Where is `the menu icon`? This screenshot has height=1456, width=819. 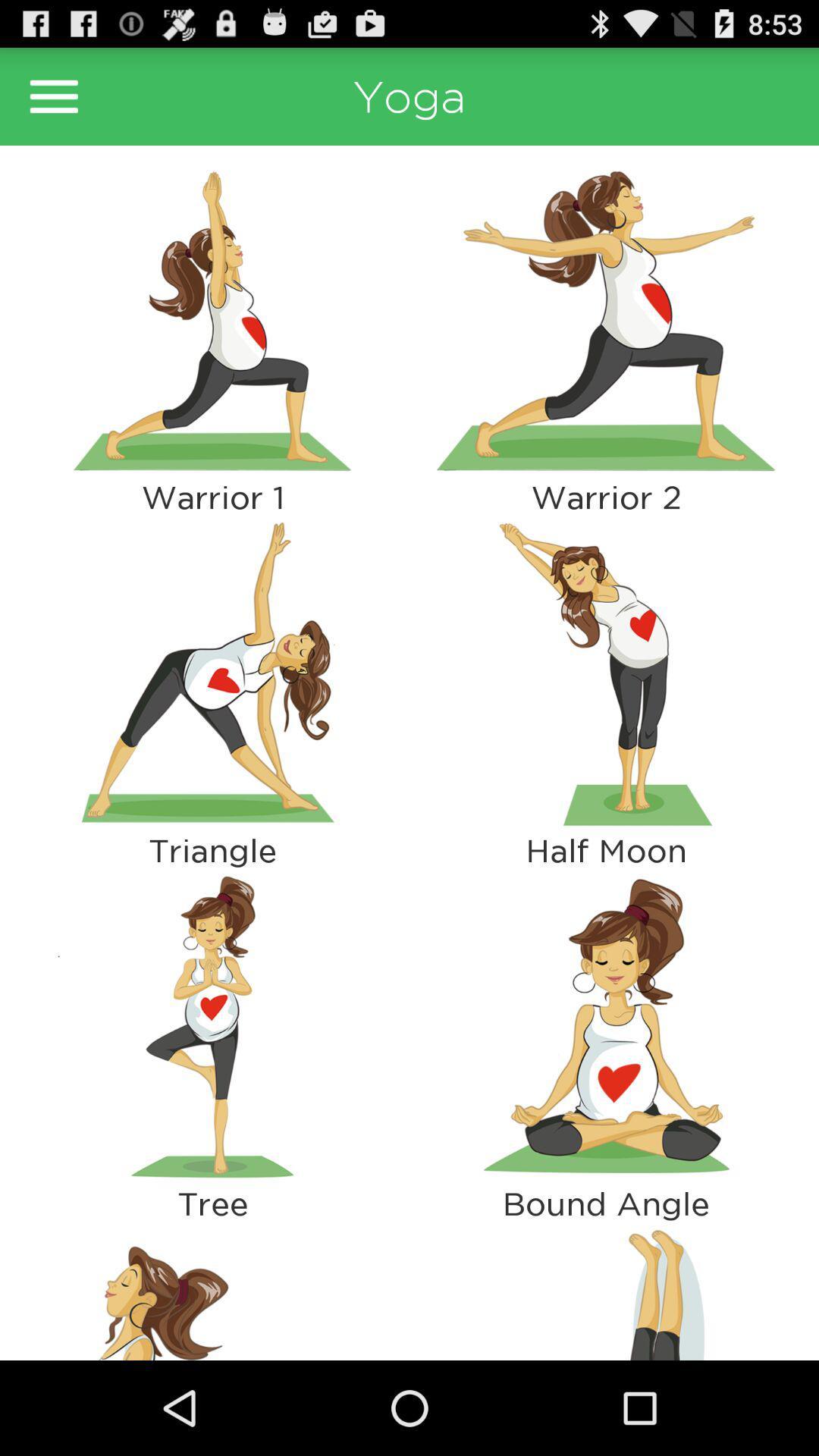
the menu icon is located at coordinates (53, 102).